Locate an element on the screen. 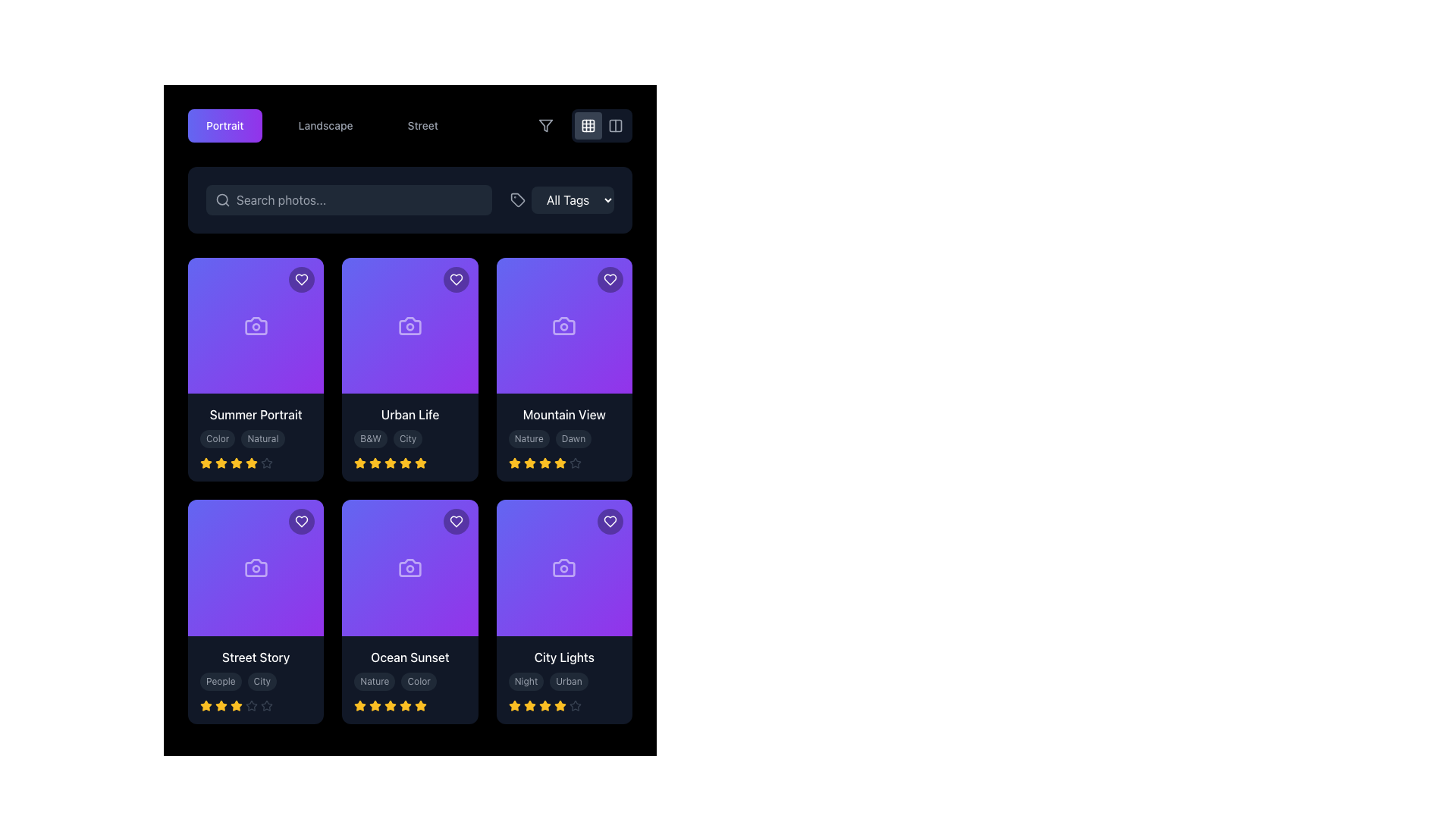 This screenshot has height=819, width=1456. the second star icon in the rating row under the 'Mountain View' card for advanced interaction is located at coordinates (544, 463).